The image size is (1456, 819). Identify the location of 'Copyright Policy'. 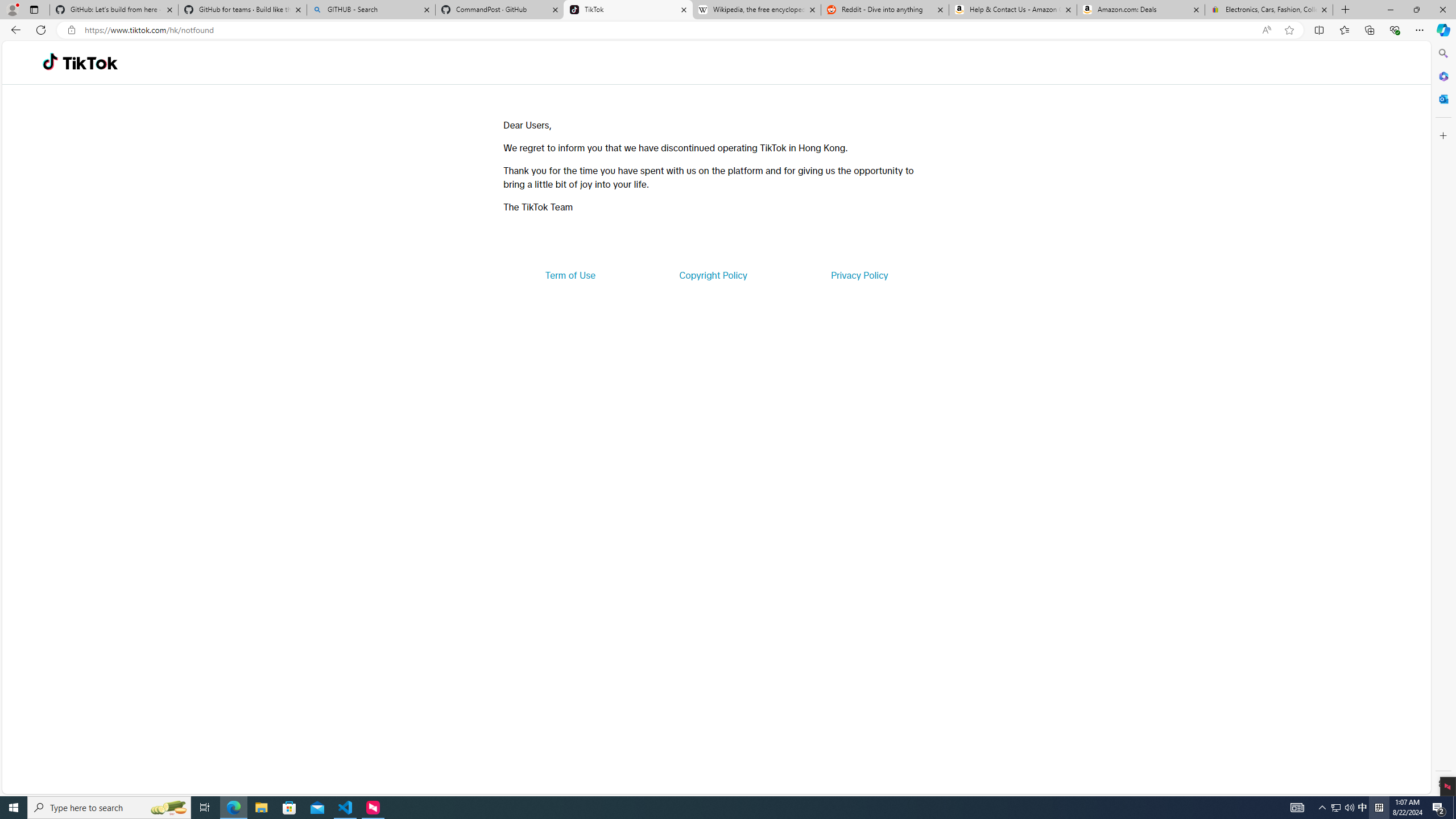
(712, 274).